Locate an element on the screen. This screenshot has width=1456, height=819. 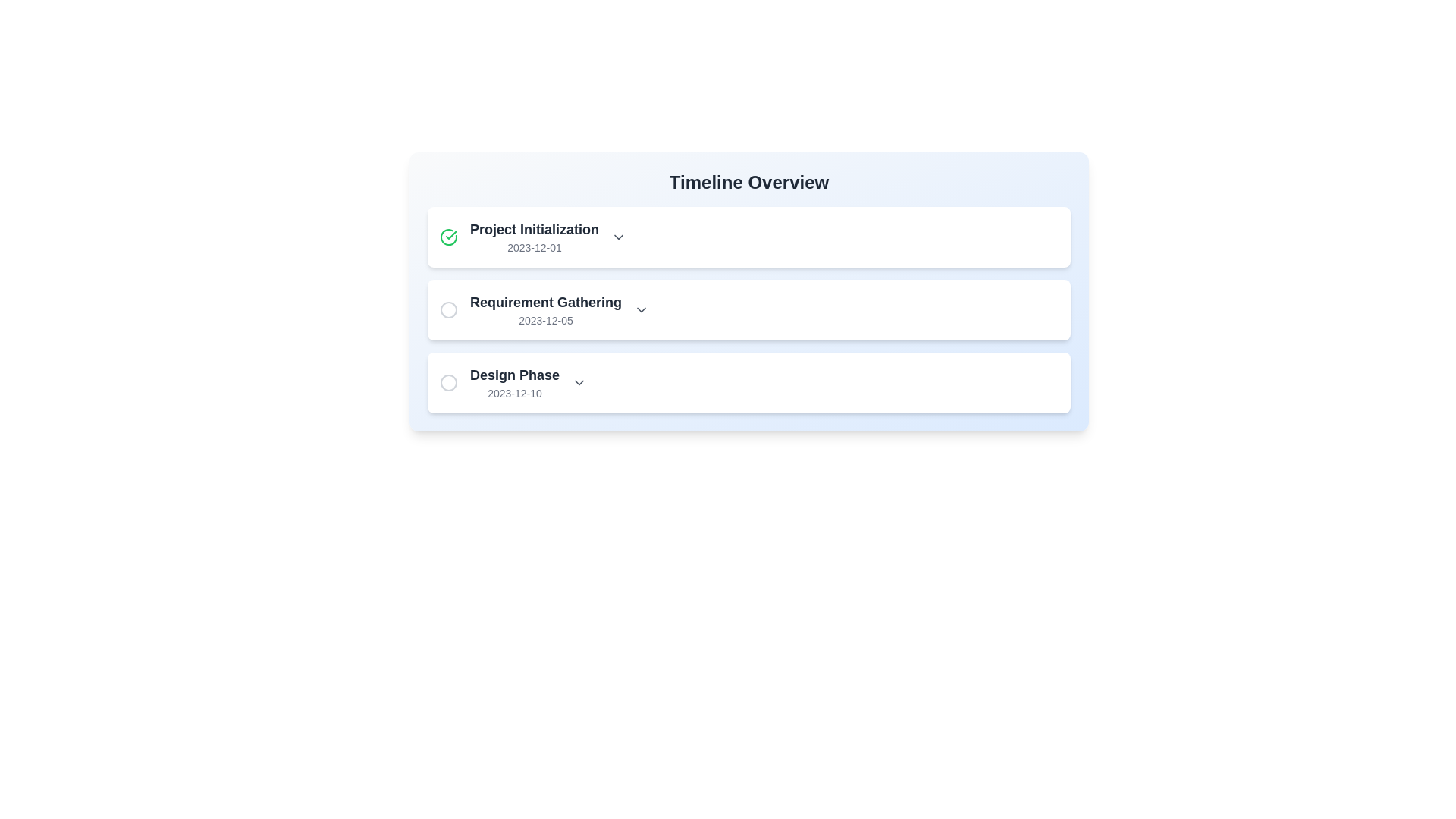
the inner circle SVG element adjacent to the 'Requirement Gathering' text in the timeline interface is located at coordinates (447, 382).